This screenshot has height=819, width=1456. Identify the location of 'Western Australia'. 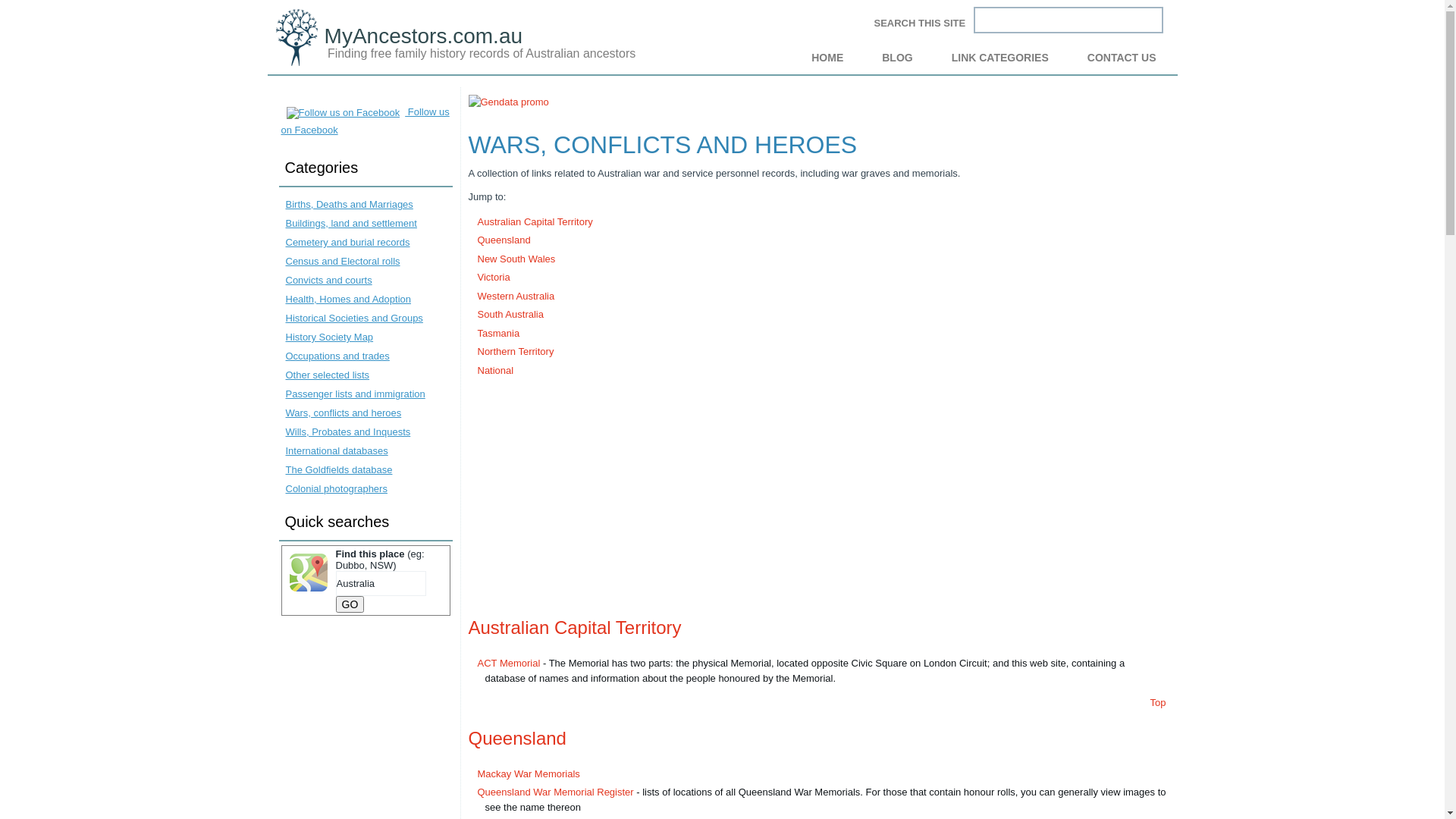
(516, 295).